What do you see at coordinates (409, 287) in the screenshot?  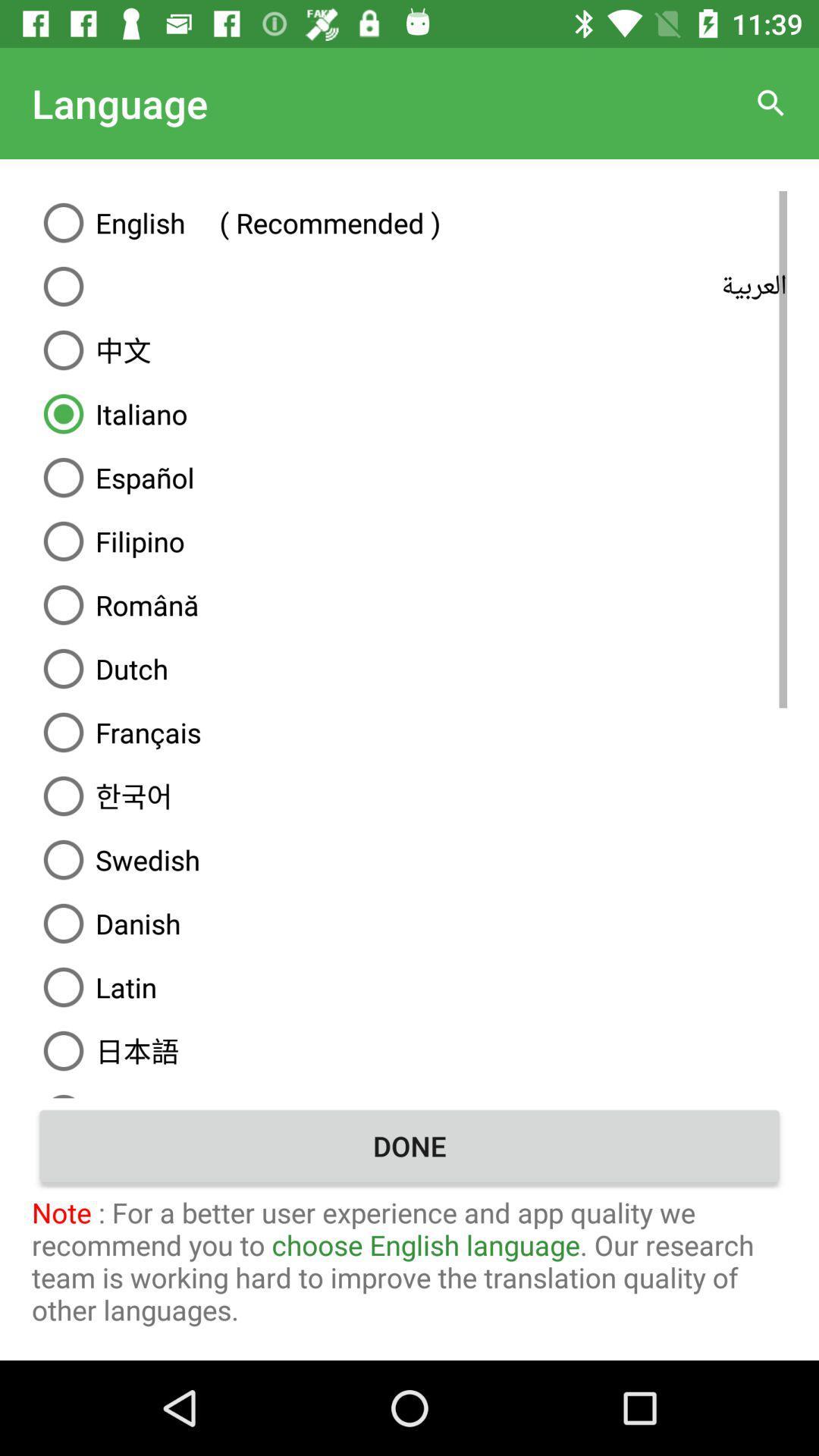 I see `the icon below the english     ( recommended )` at bounding box center [409, 287].